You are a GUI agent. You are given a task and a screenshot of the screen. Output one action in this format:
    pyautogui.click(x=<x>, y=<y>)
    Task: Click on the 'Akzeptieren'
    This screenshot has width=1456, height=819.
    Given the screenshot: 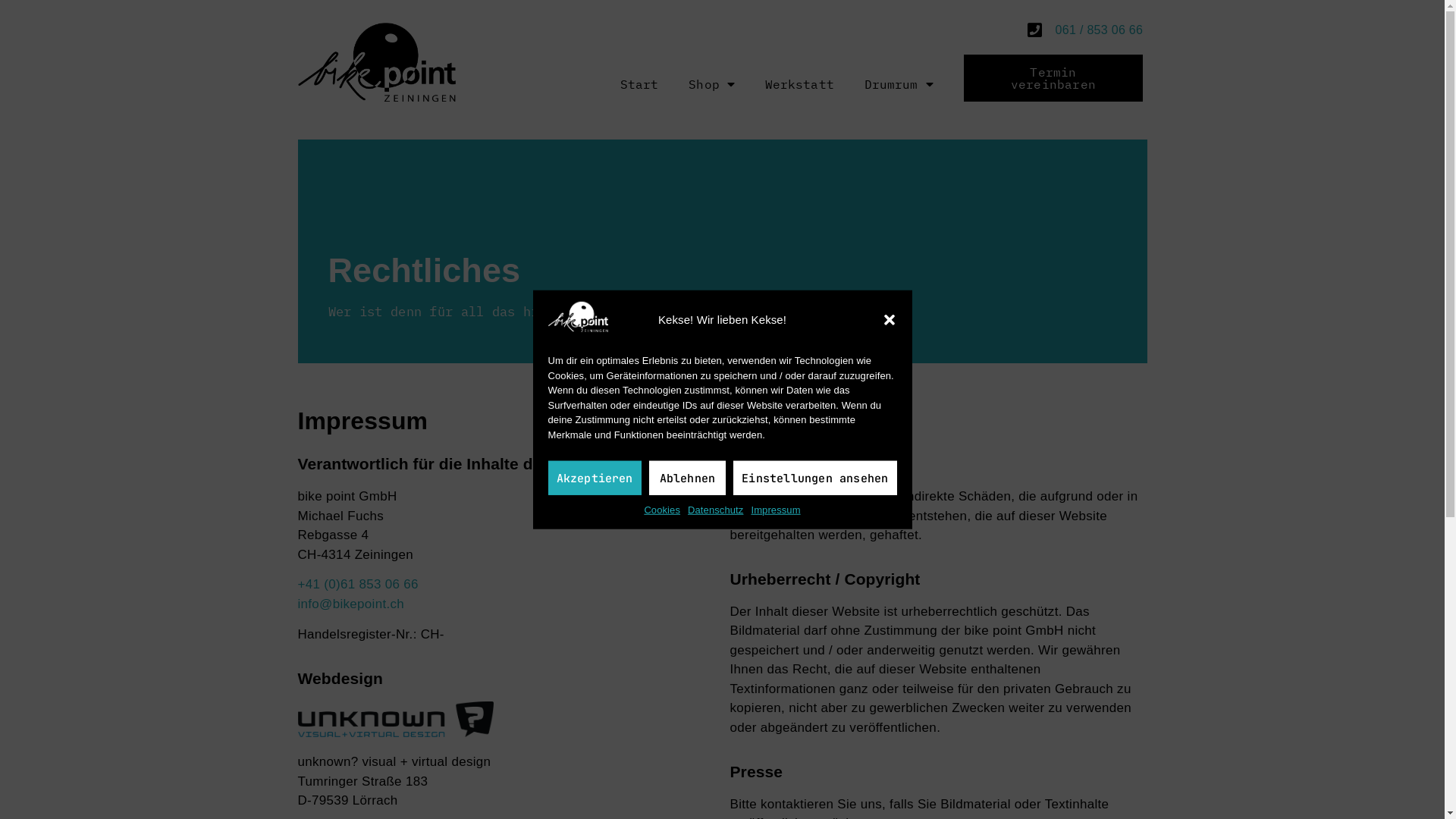 What is the action you would take?
    pyautogui.click(x=593, y=478)
    